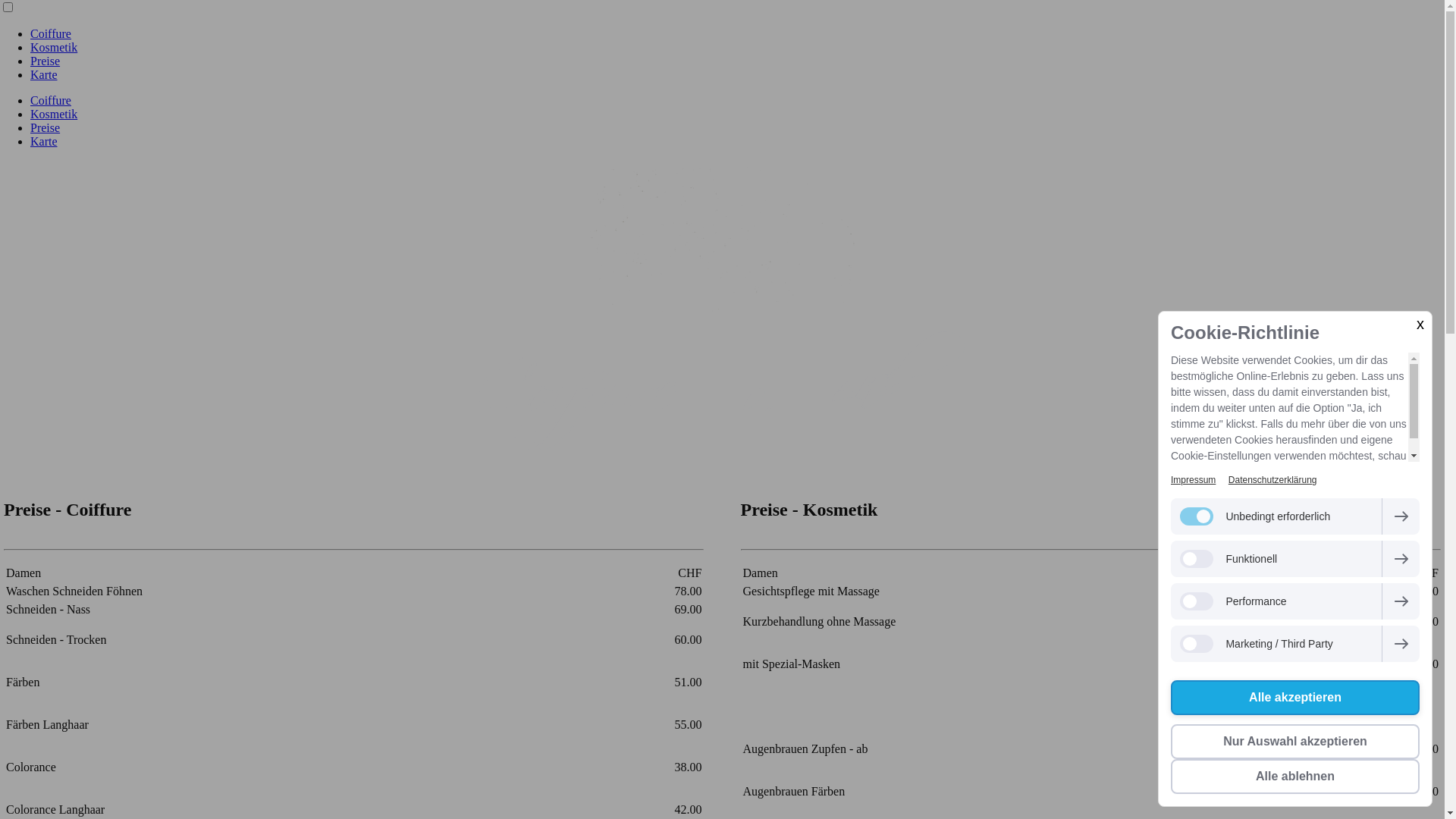 Image resolution: width=1456 pixels, height=819 pixels. What do you see at coordinates (1170, 479) in the screenshot?
I see `'Impressum'` at bounding box center [1170, 479].